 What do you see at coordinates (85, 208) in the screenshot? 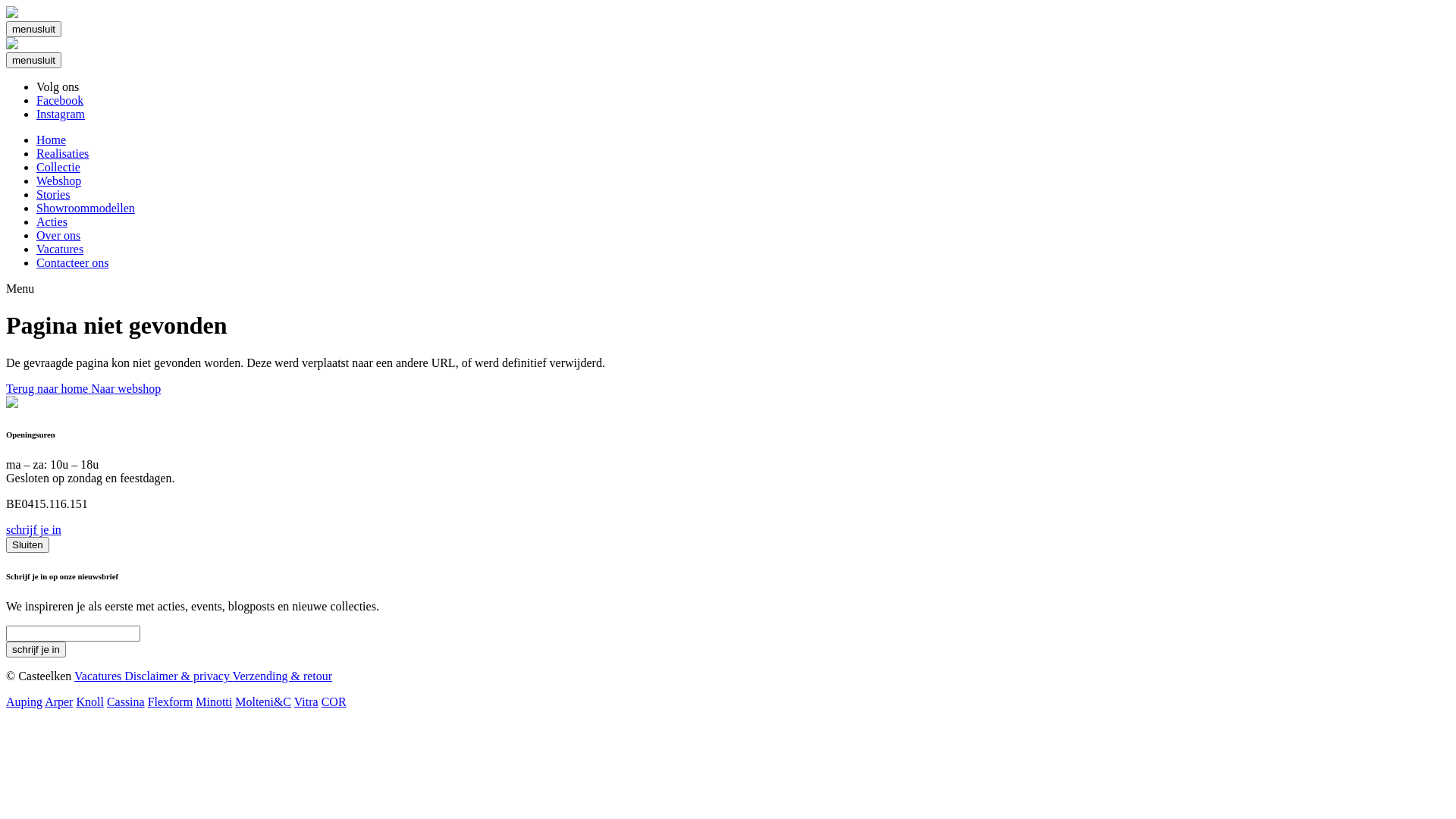
I see `'Showroommodellen'` at bounding box center [85, 208].